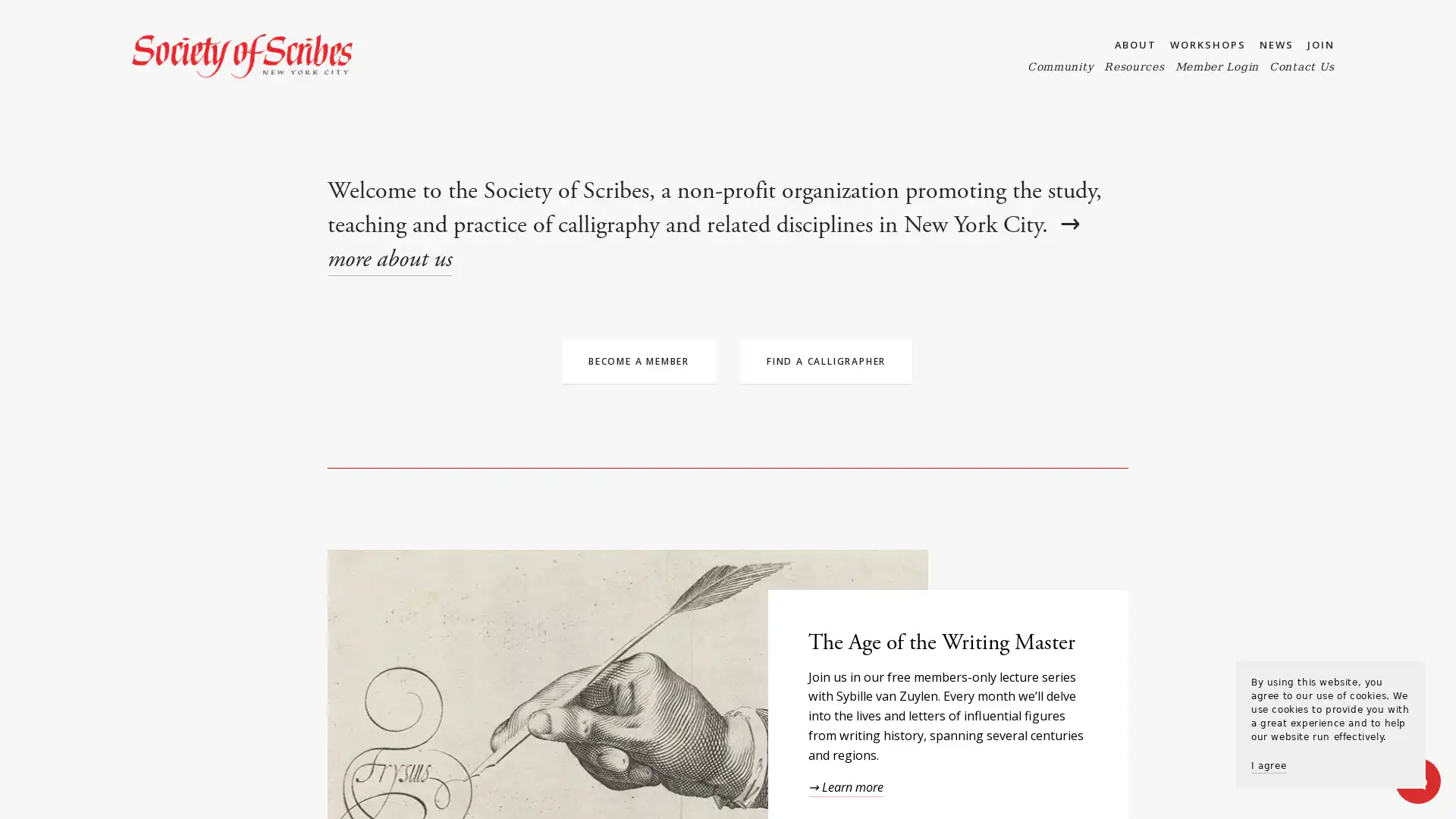 This screenshot has height=819, width=1456. Describe the element at coordinates (1269, 766) in the screenshot. I see `I agree` at that location.